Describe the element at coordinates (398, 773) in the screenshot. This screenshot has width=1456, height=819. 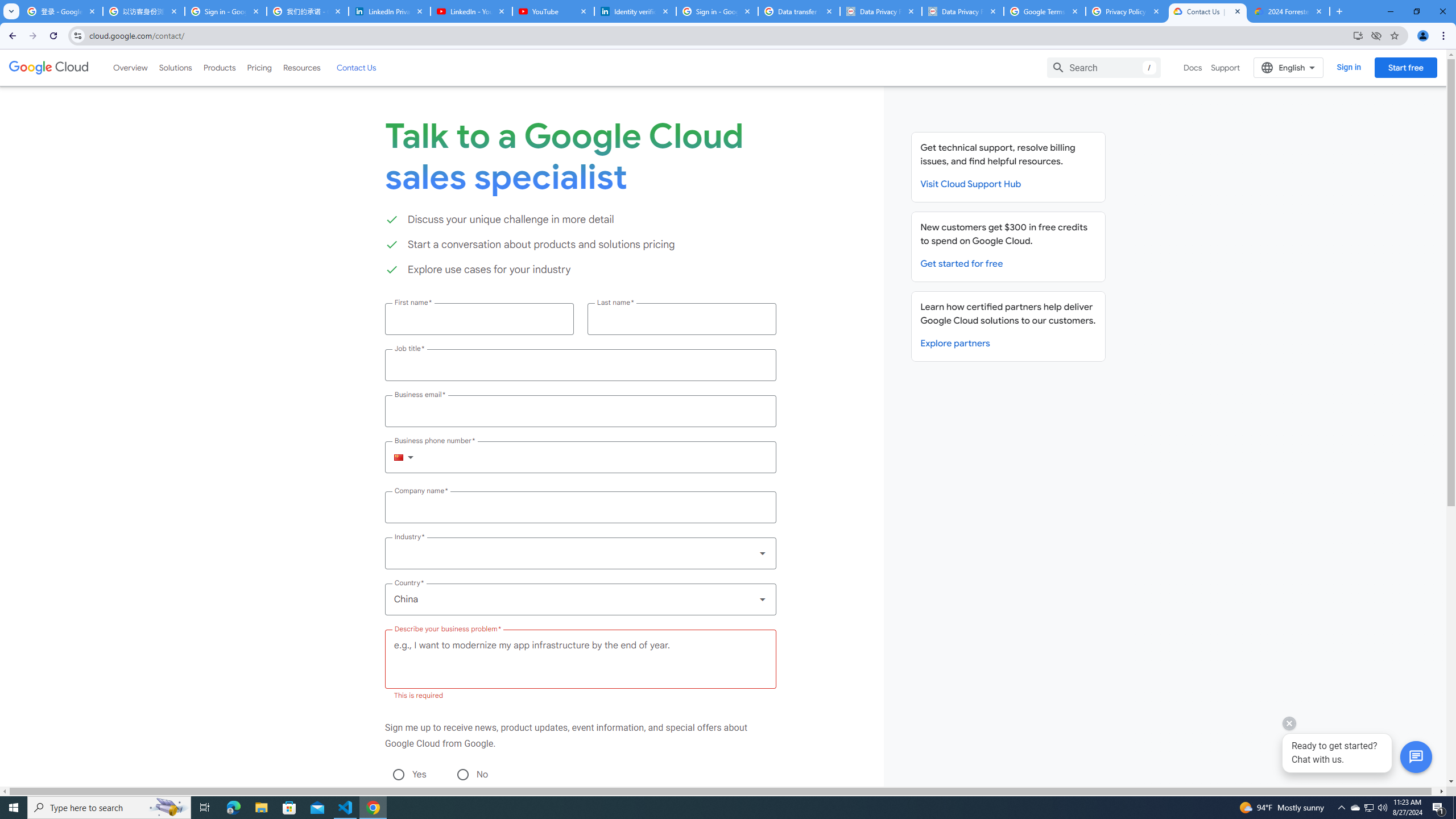
I see `'Yes'` at that location.